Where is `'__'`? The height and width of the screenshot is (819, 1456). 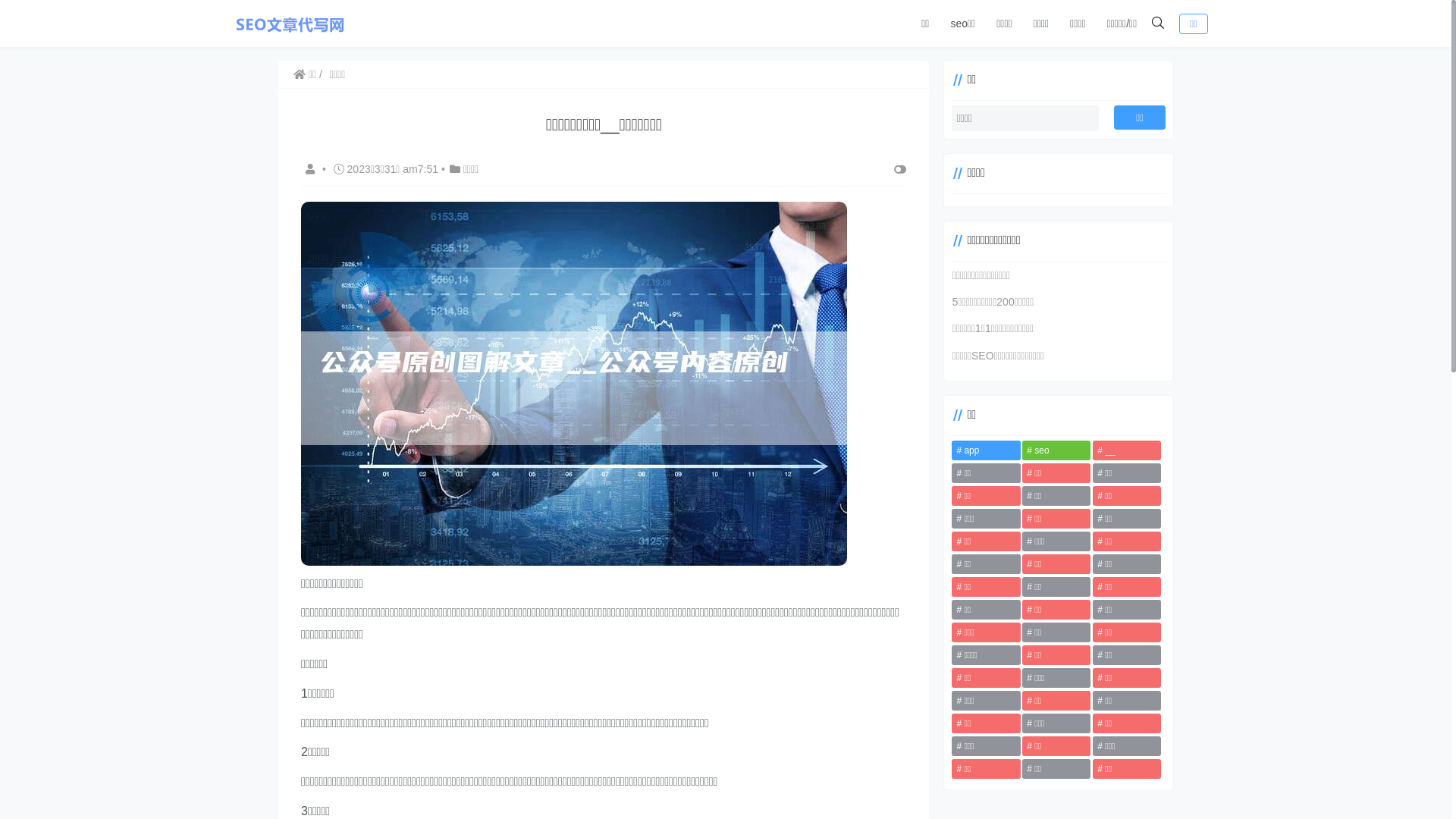
'__' is located at coordinates (1127, 450).